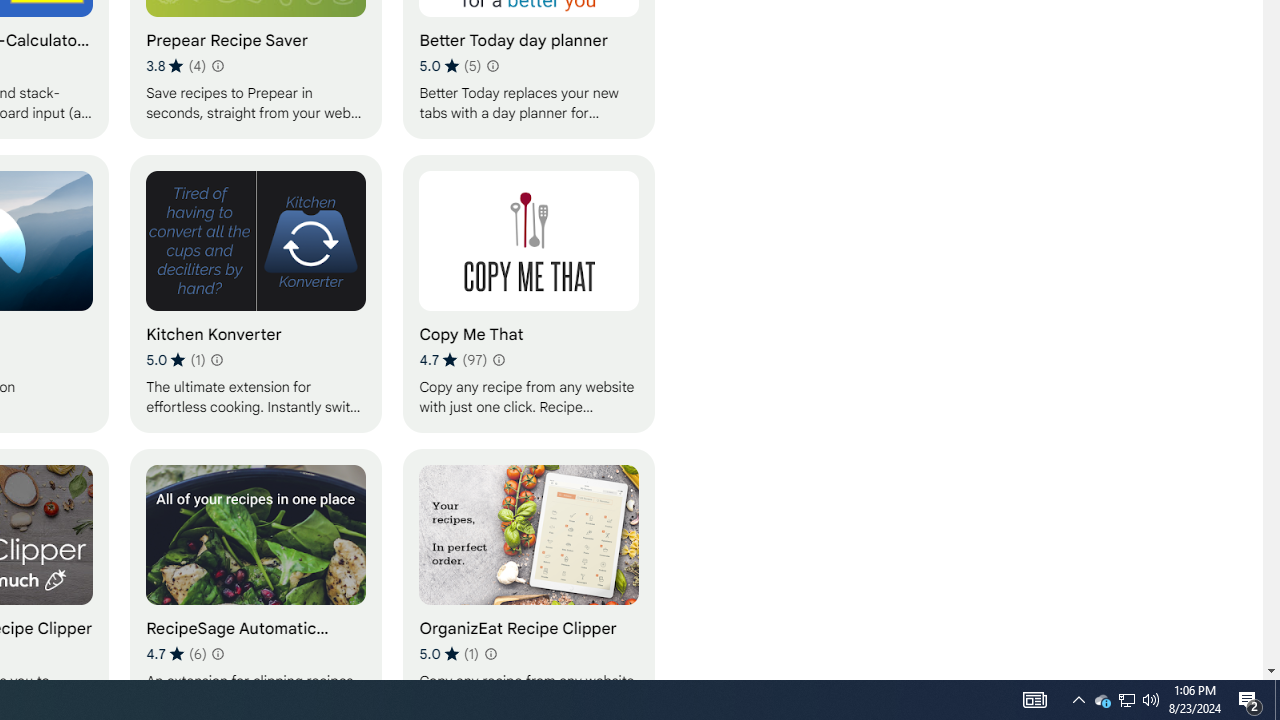 This screenshot has height=720, width=1280. I want to click on 'Average rating 5 out of 5 stars. 1 rating.', so click(447, 653).